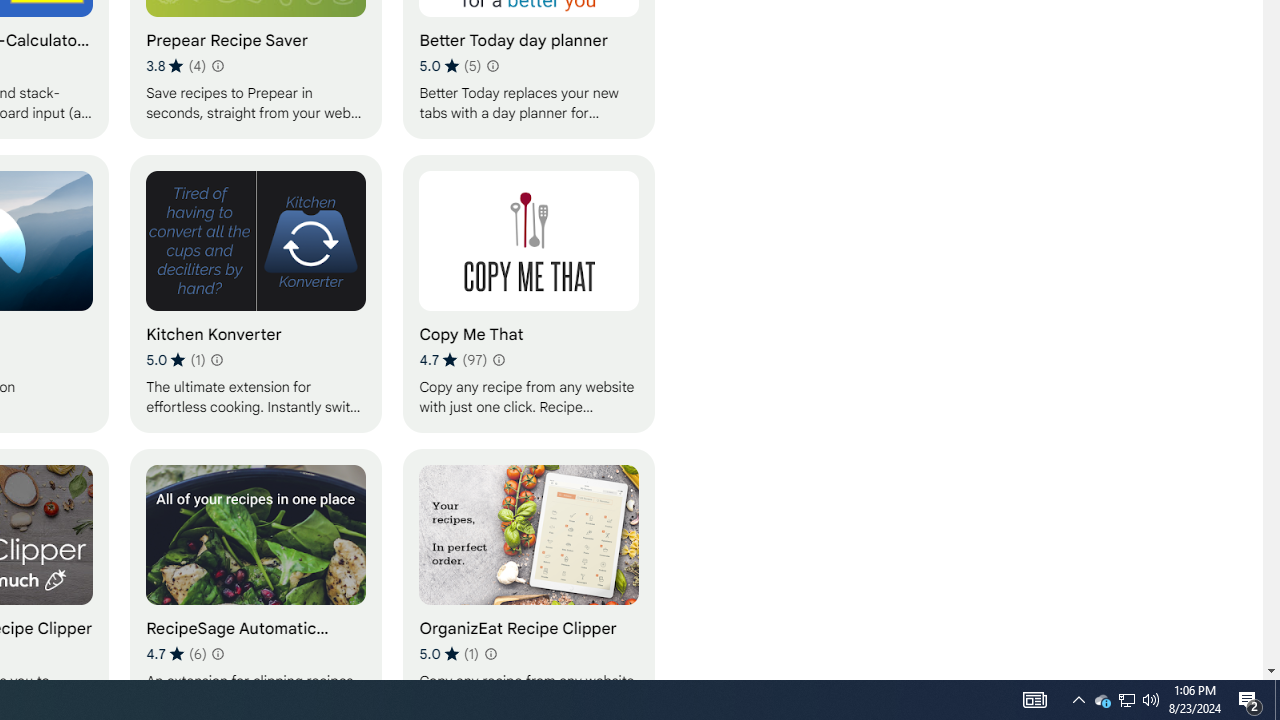 This screenshot has height=720, width=1280. I want to click on 'Average rating 5 out of 5 stars. 1 rating.', so click(447, 653).